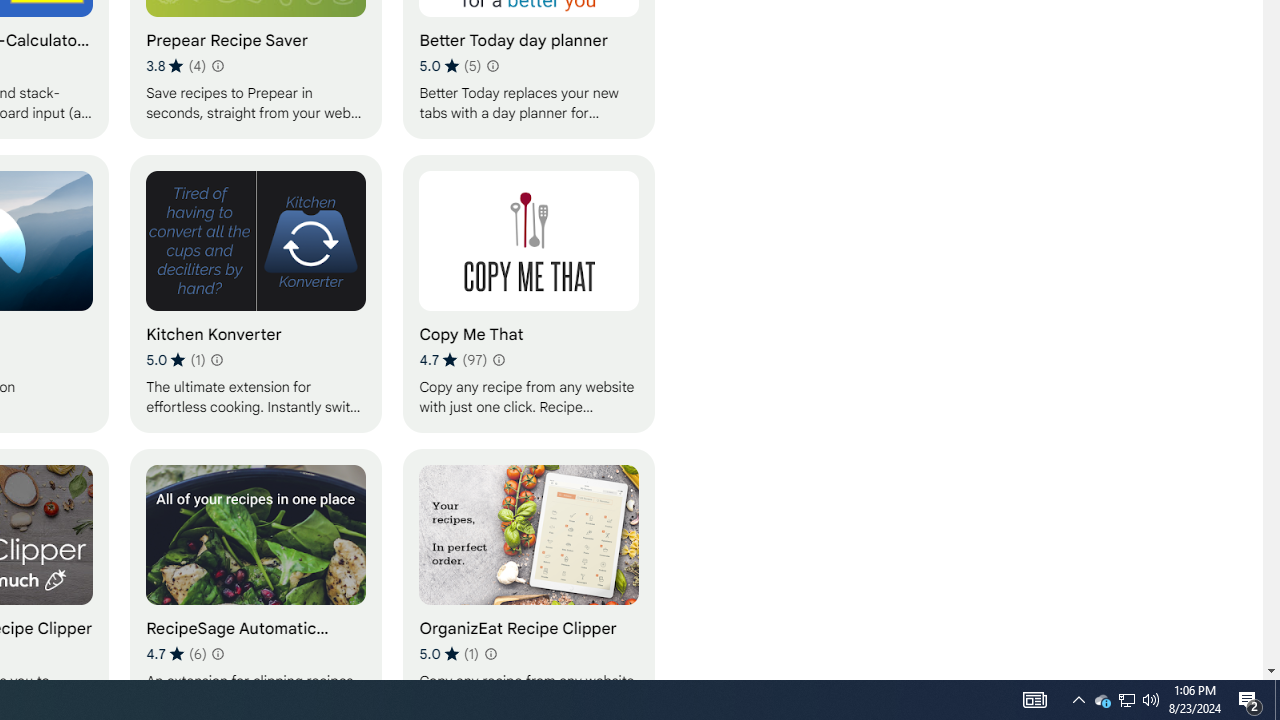 This screenshot has height=720, width=1280. I want to click on 'Average rating 5 out of 5 stars. 1 rating.', so click(447, 653).